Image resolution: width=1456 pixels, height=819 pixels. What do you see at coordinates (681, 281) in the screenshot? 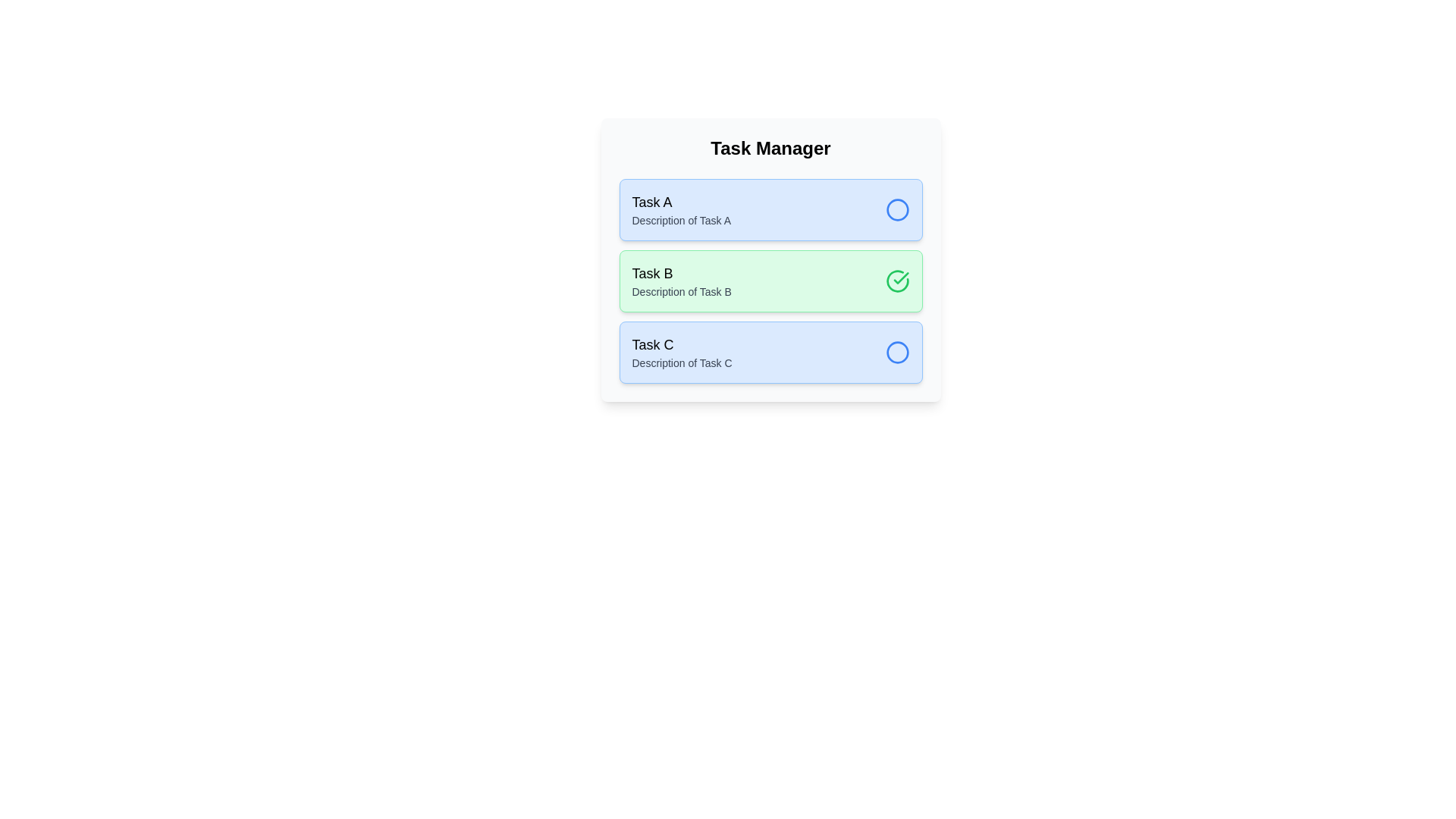
I see `the labeled text block containing 'Task B' and 'Description of Task B' for copying or reference by clicking on its center` at bounding box center [681, 281].